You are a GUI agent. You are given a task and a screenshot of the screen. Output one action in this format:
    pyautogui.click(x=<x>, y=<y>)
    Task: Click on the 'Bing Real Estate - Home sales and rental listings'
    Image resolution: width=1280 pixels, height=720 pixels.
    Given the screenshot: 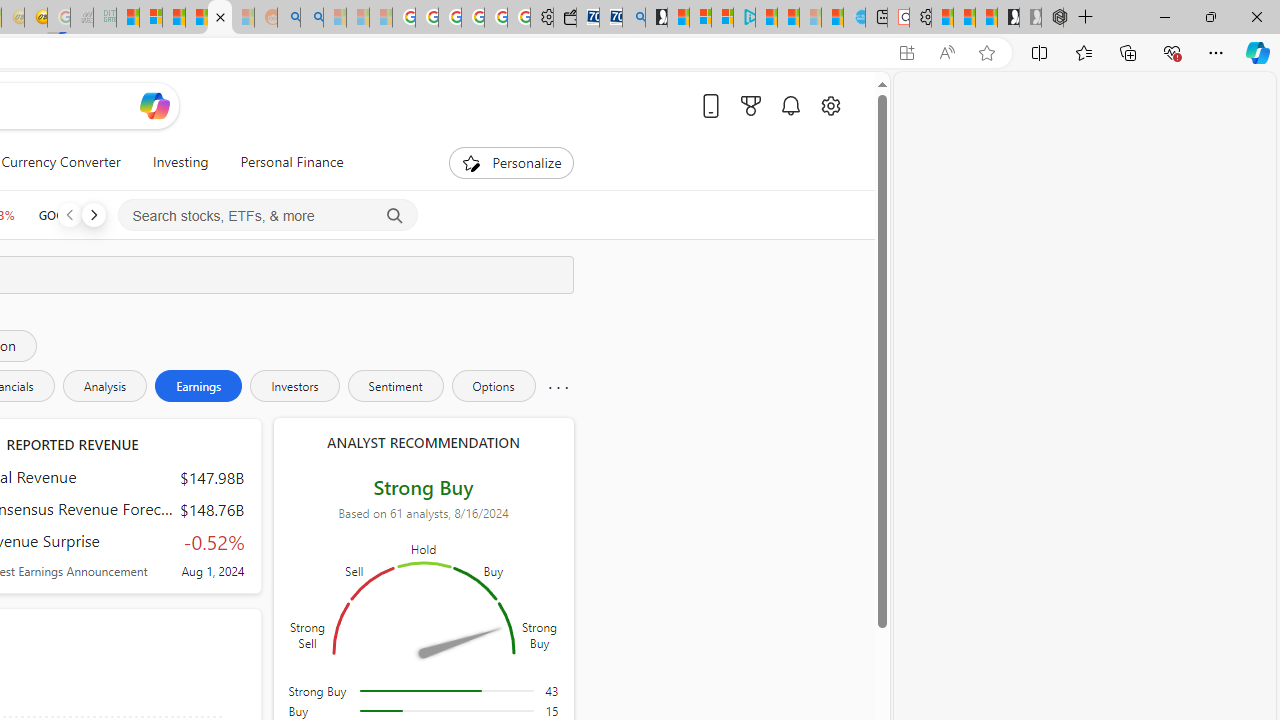 What is the action you would take?
    pyautogui.click(x=633, y=17)
    